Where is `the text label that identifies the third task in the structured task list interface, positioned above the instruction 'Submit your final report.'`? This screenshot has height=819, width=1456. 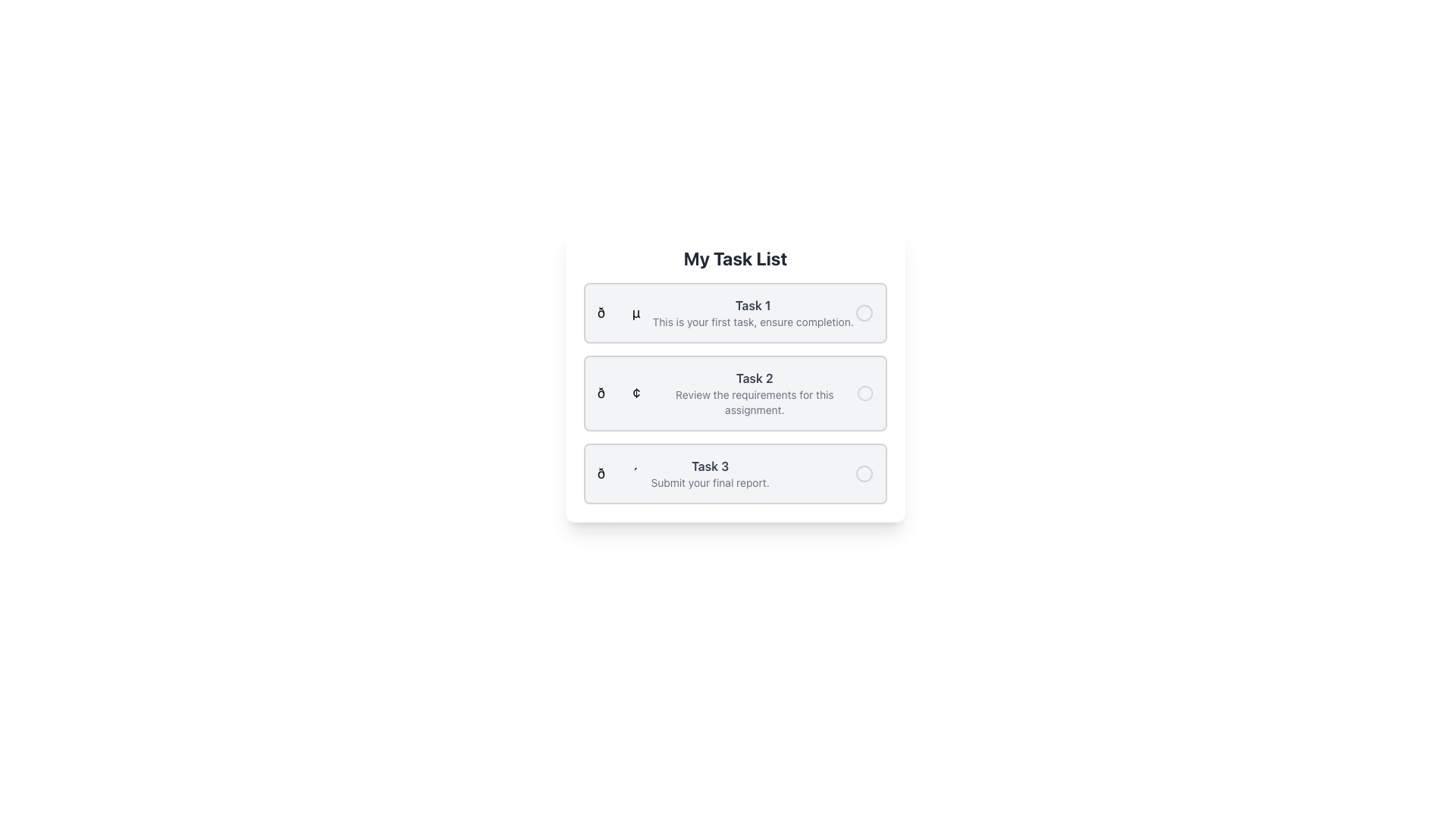 the text label that identifies the third task in the structured task list interface, positioned above the instruction 'Submit your final report.' is located at coordinates (709, 465).